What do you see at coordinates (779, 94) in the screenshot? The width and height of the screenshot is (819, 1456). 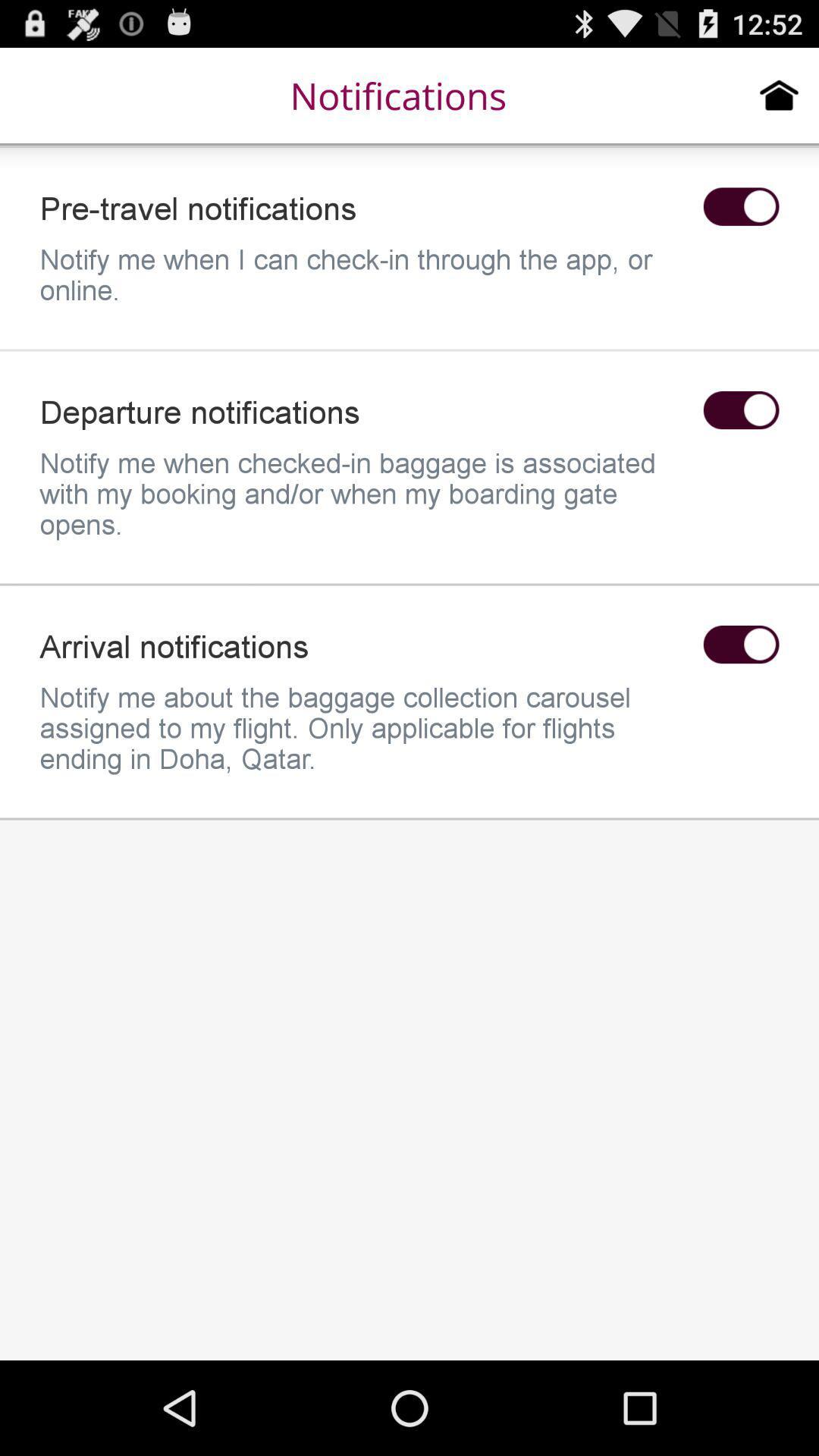 I see `home page` at bounding box center [779, 94].